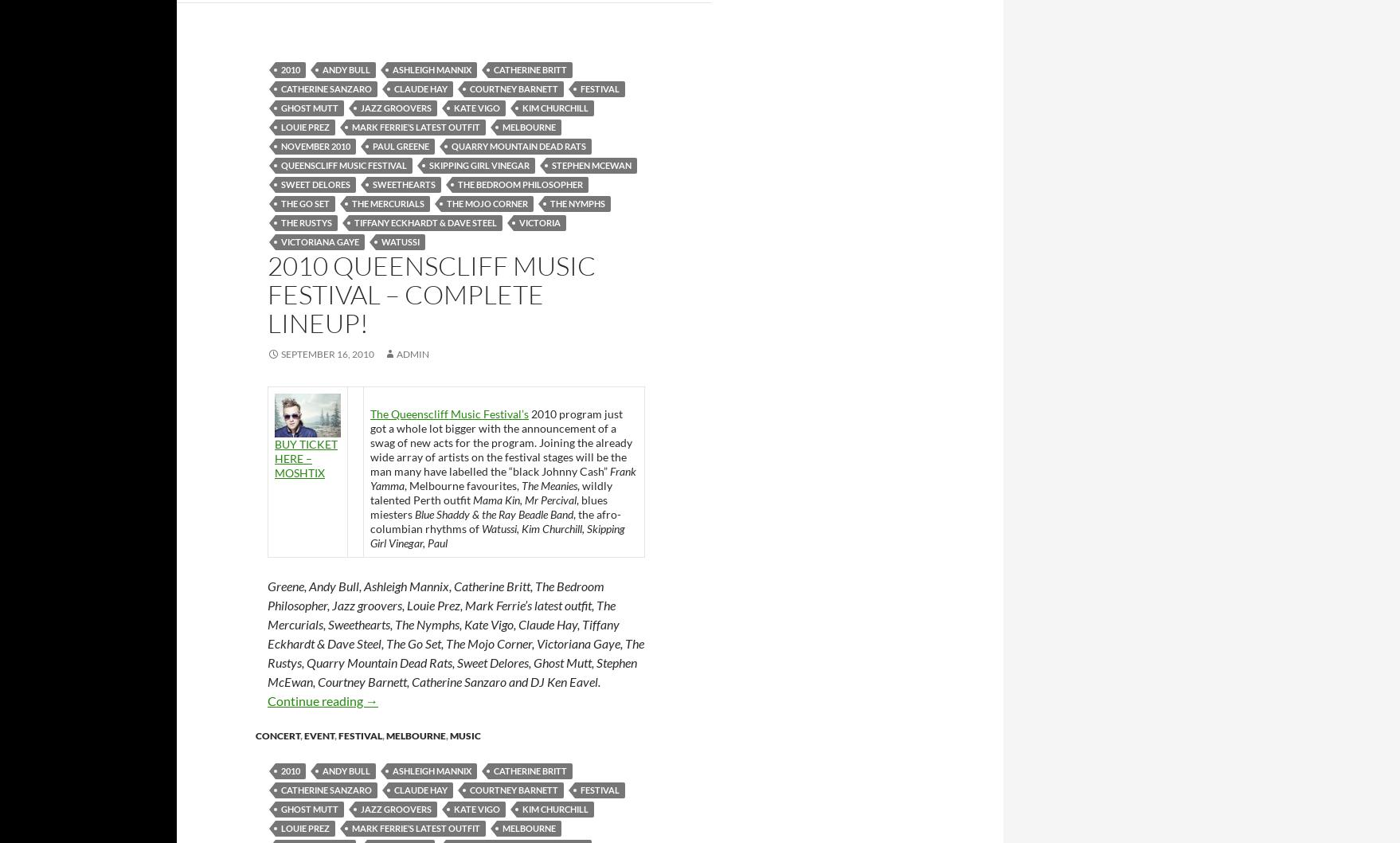 This screenshot has width=1400, height=843. I want to click on 'Tiffany Eckhardt & Dave Steel', so click(424, 221).